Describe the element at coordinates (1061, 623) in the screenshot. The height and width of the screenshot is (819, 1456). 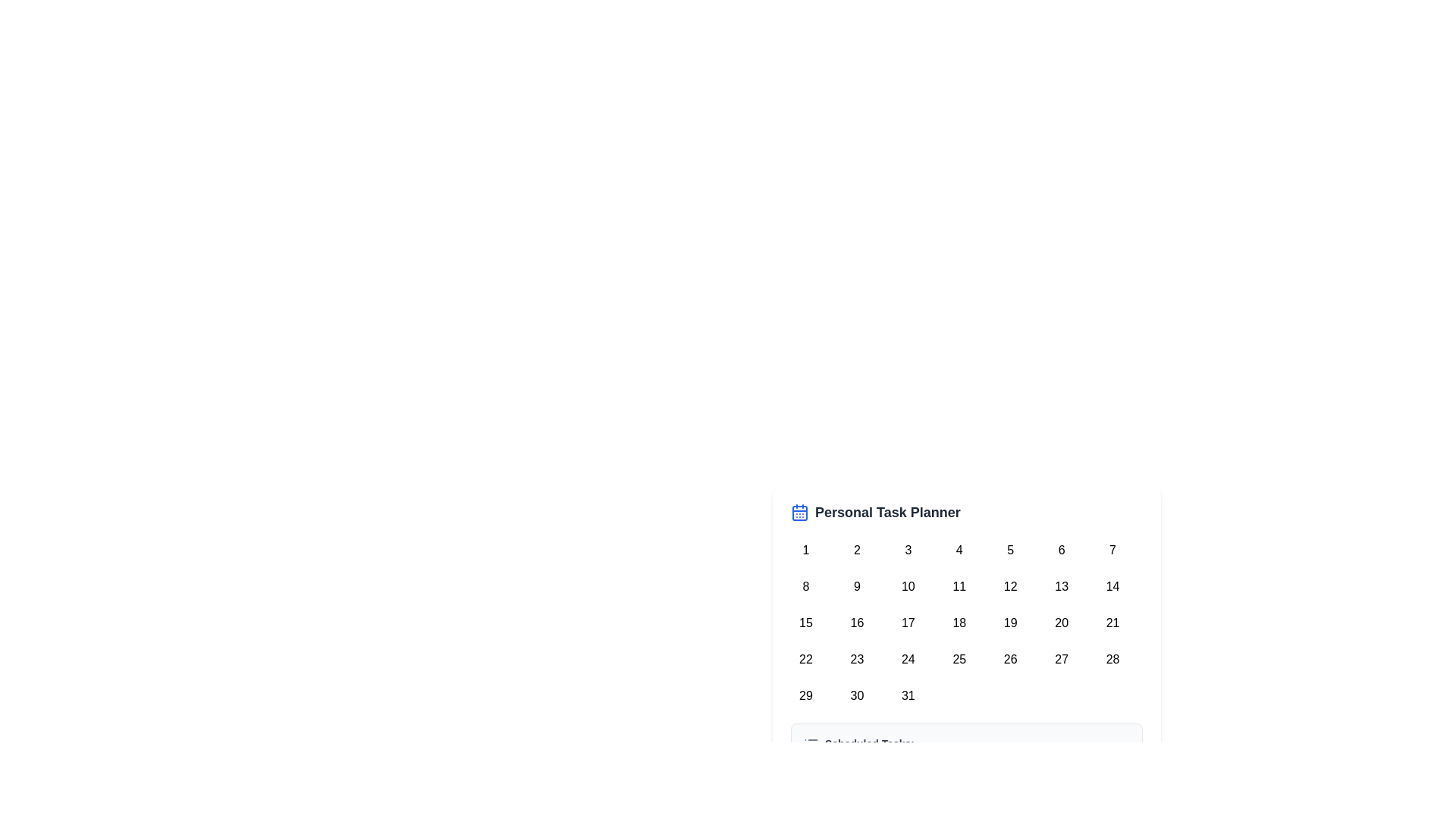
I see `the button displaying the number '20' in black, which is a rounded rectangle with a white background` at that location.